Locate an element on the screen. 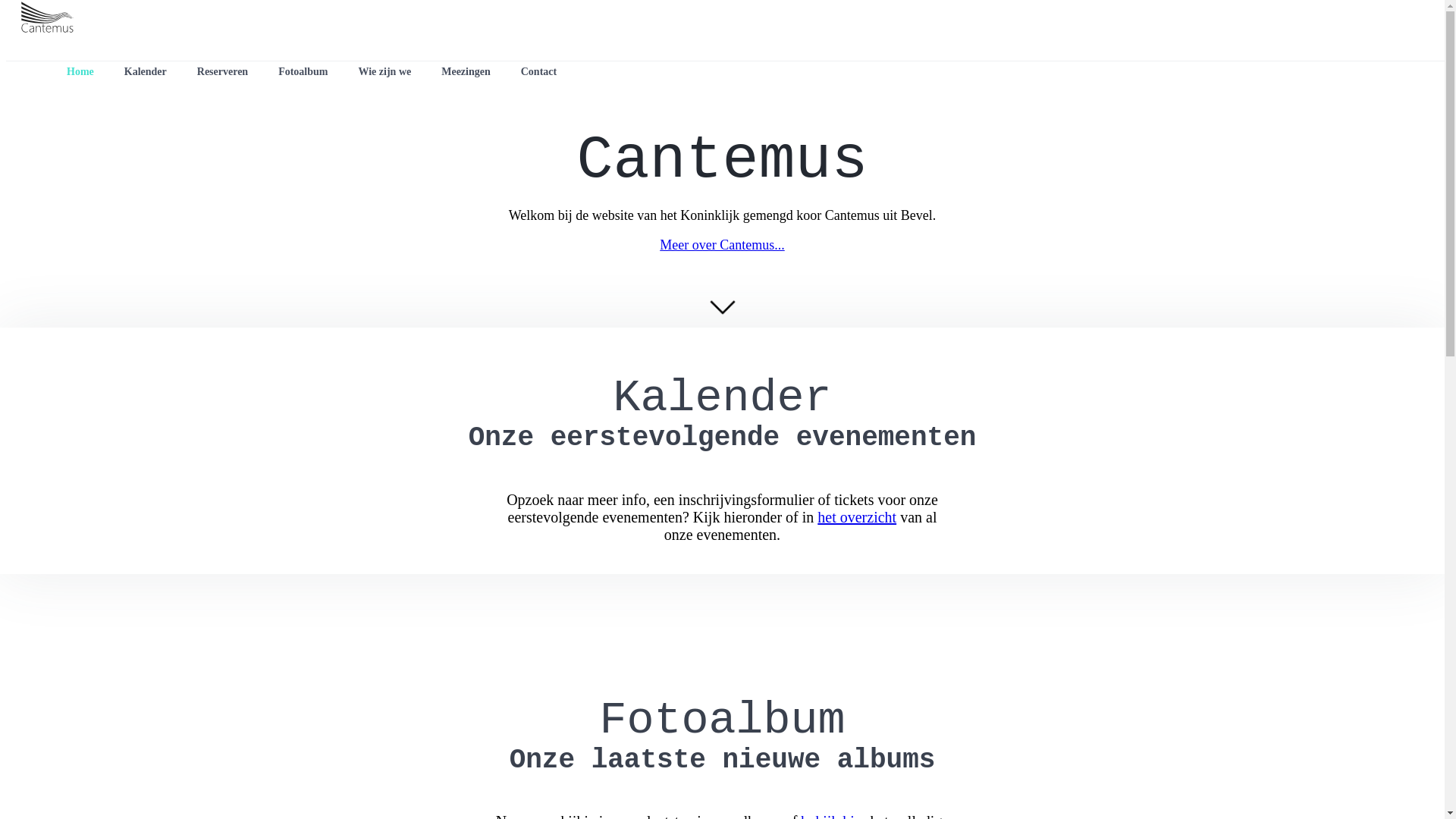  'Reserveren' is located at coordinates (221, 72).